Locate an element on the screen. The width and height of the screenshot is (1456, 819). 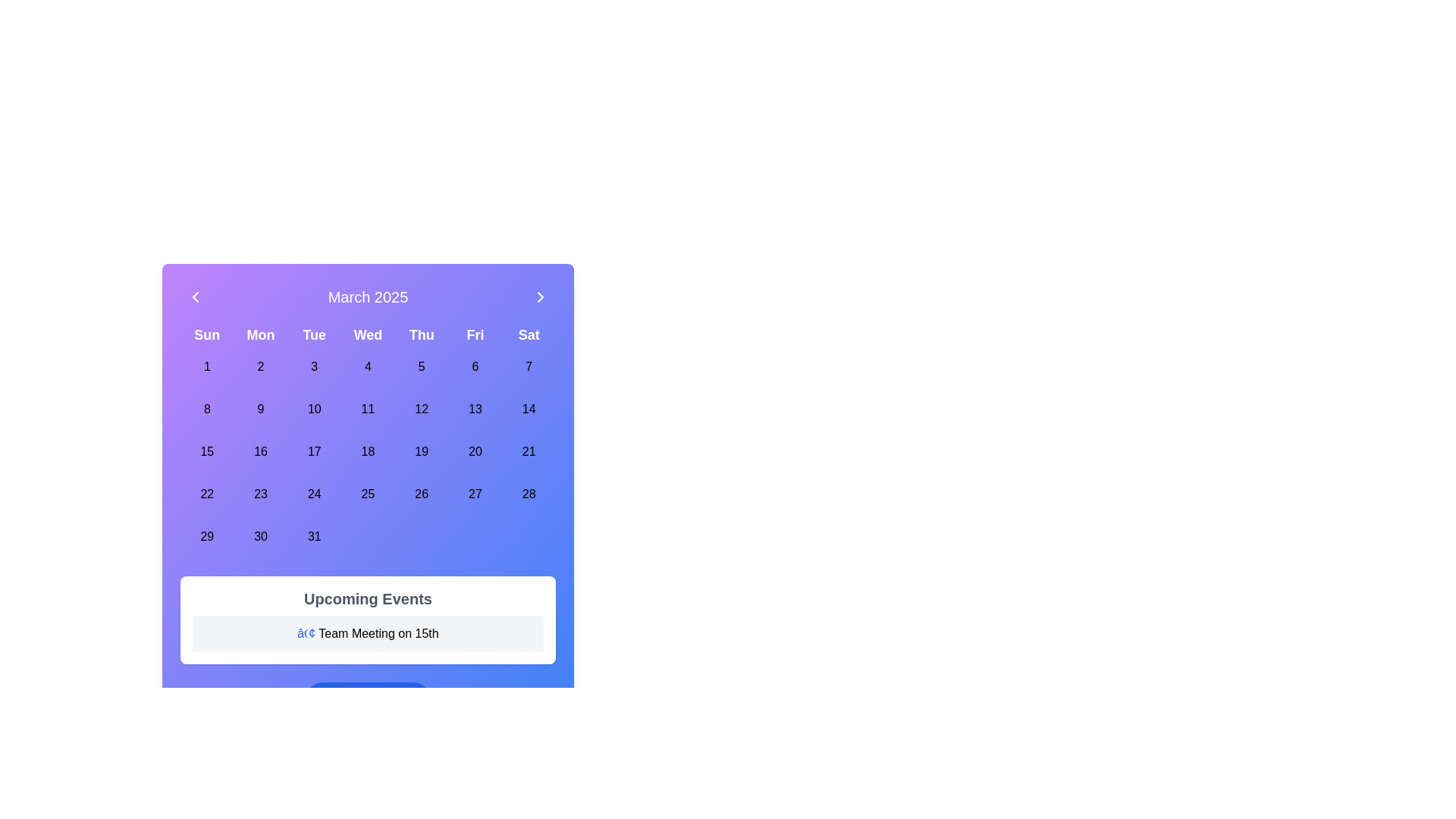
the static label displaying the text 'Wed', which is styled in white with a bold font on a gradient background of purple and blue, located centrally in the top section of the calendar view is located at coordinates (368, 334).